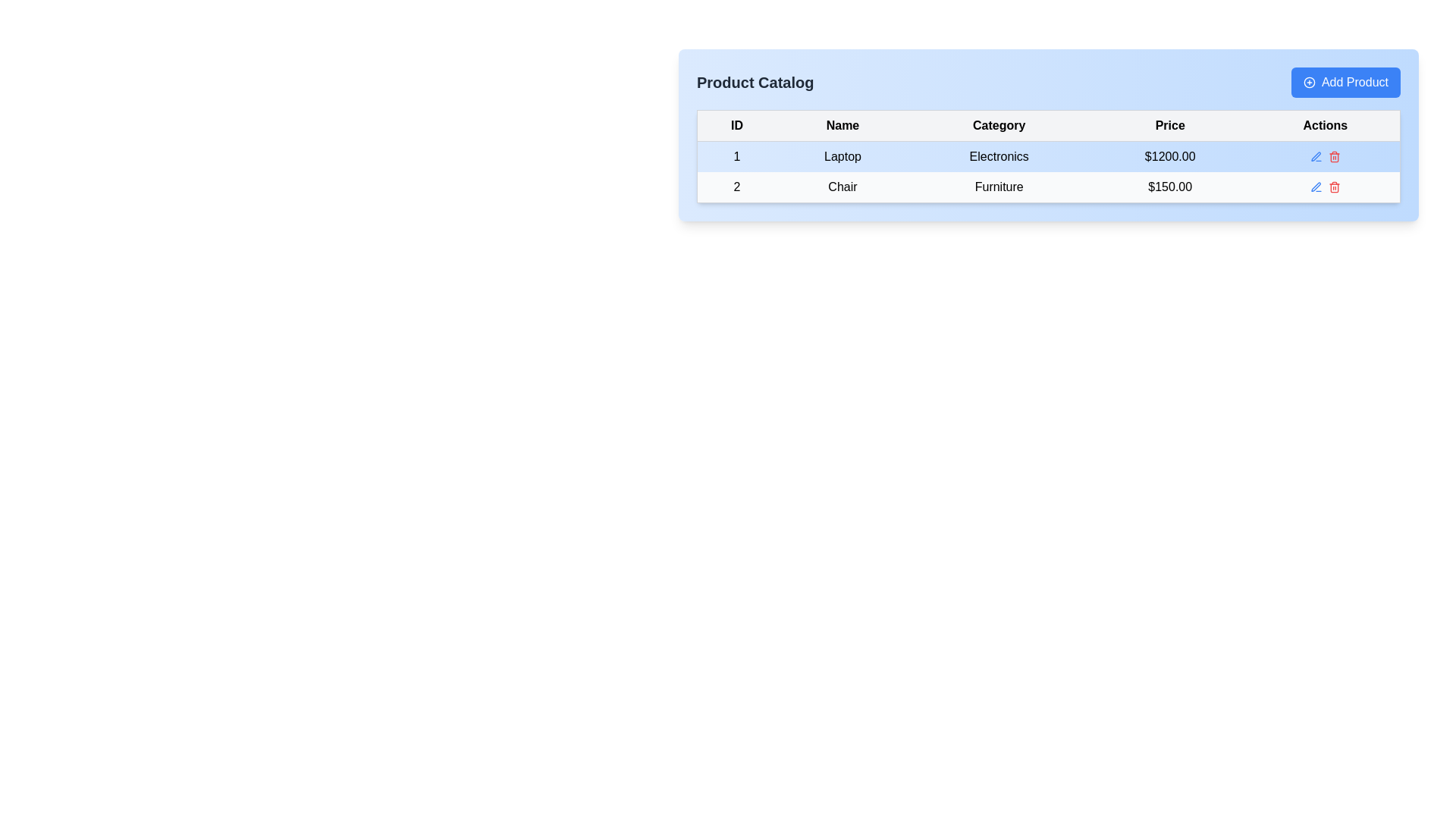  I want to click on the table cell containing the text '2' for reordering. This cell is located in the first column of the second row, directly below the '1' from the first row, so click(736, 187).